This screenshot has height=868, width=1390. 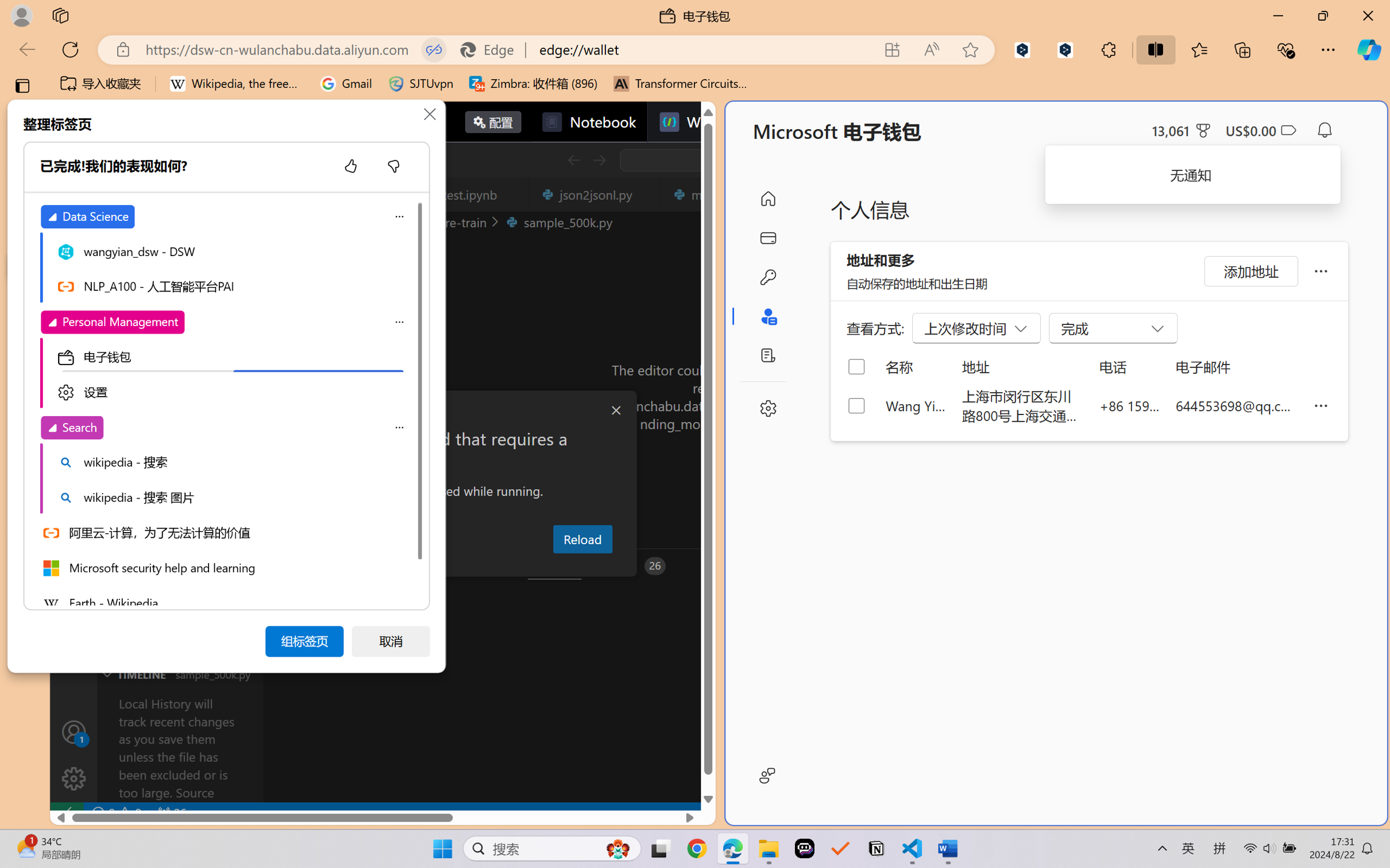 I want to click on 'Notebook', so click(x=588, y=121).